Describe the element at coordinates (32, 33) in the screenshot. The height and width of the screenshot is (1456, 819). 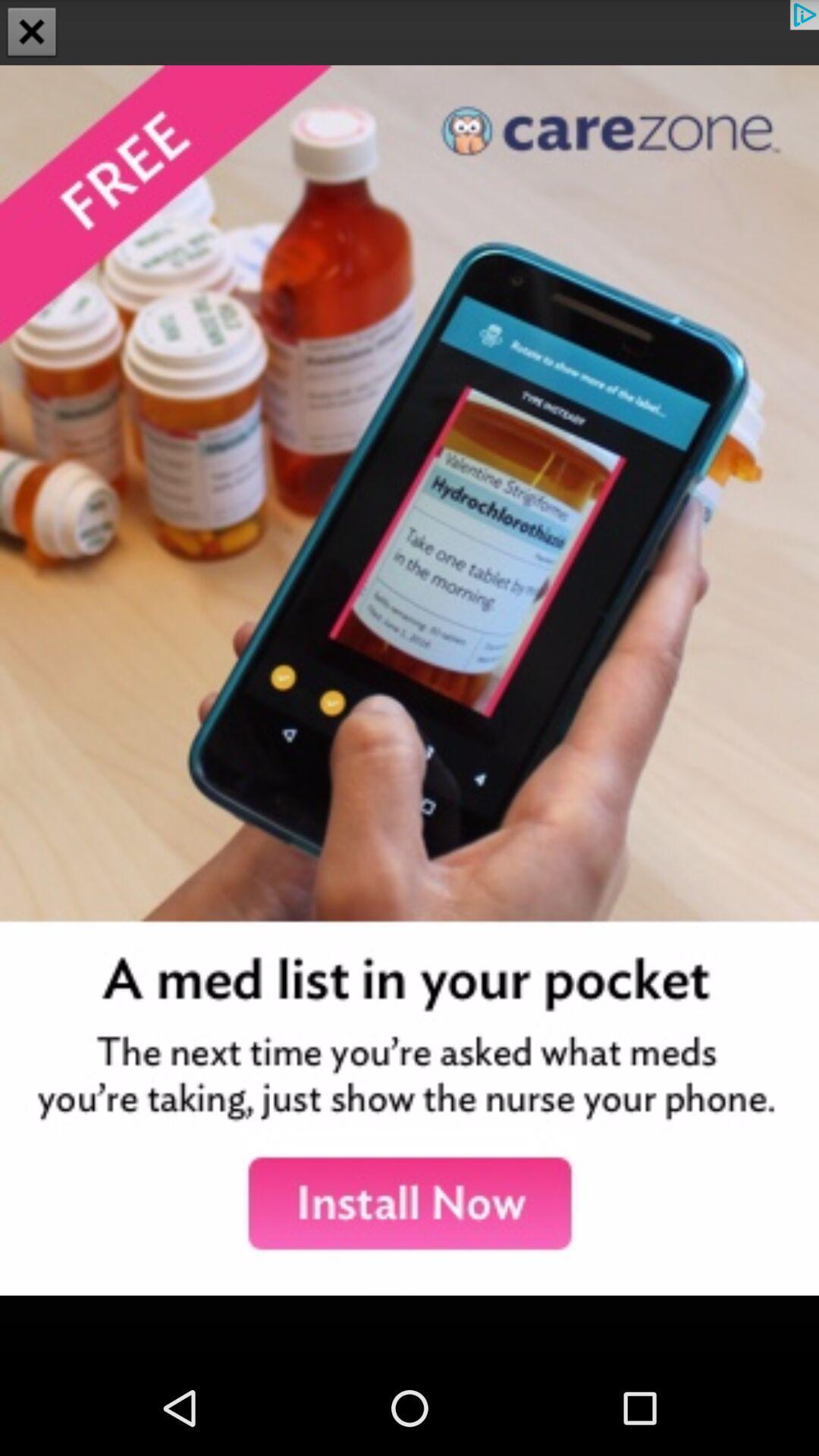
I see `the close icon` at that location.